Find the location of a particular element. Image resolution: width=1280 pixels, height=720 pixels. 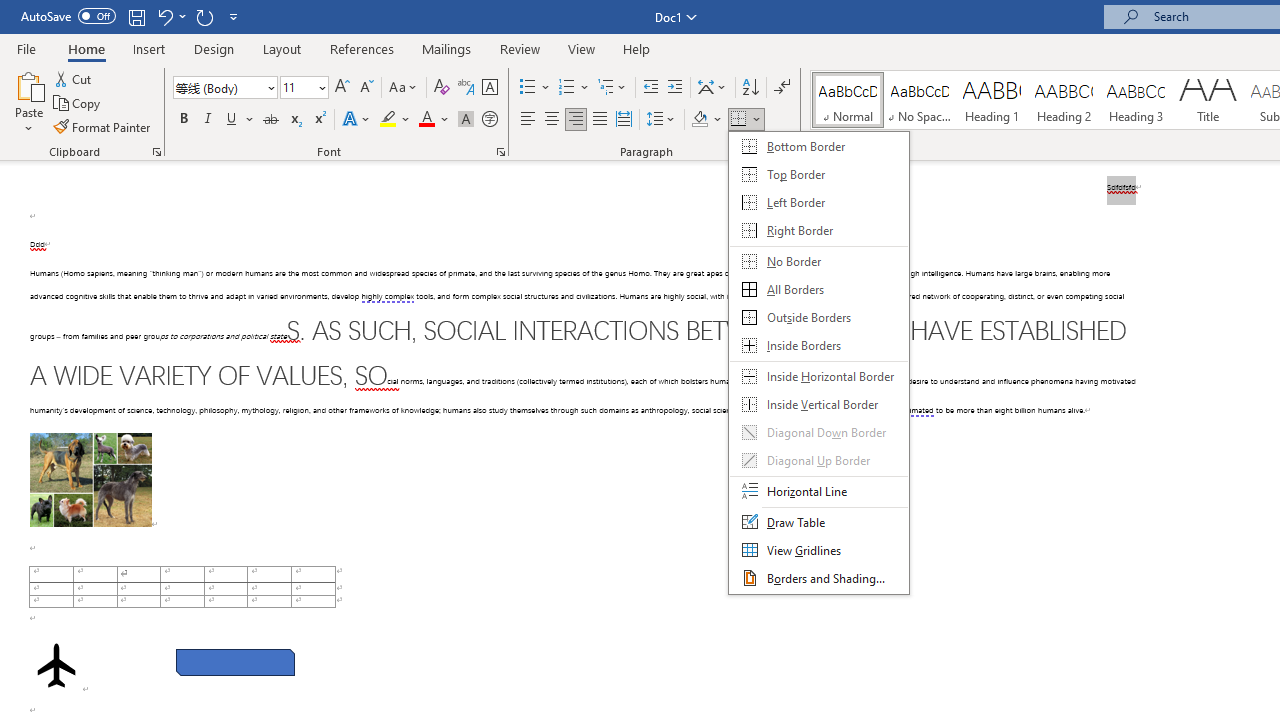

'Design' is located at coordinates (214, 48).